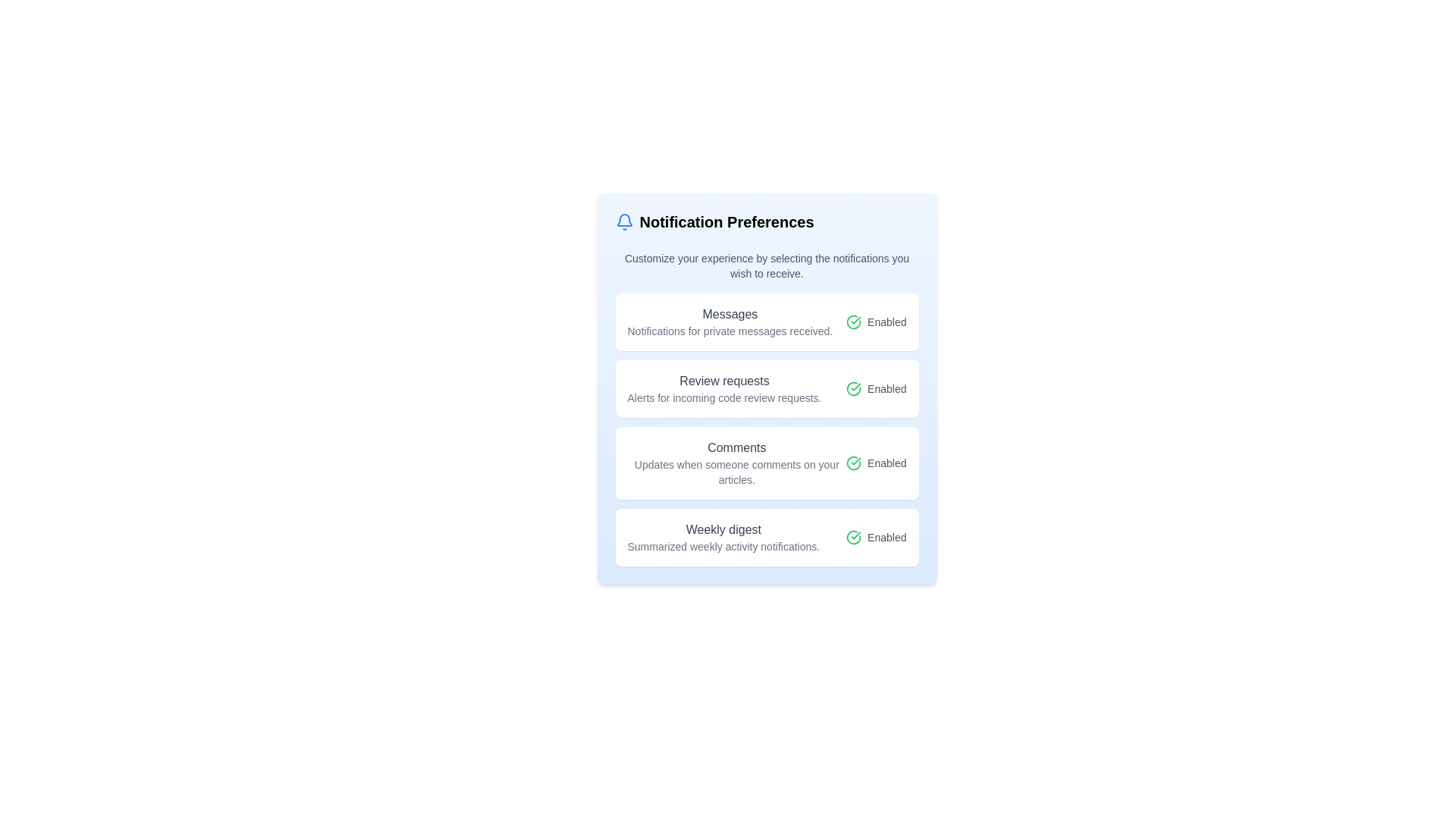  What do you see at coordinates (886, 537) in the screenshot?
I see `the status indicator text label that shows the enabled state for the associated notification option, which is positioned to the right of a green check circle icon under the 'Weekly digest' preference` at bounding box center [886, 537].